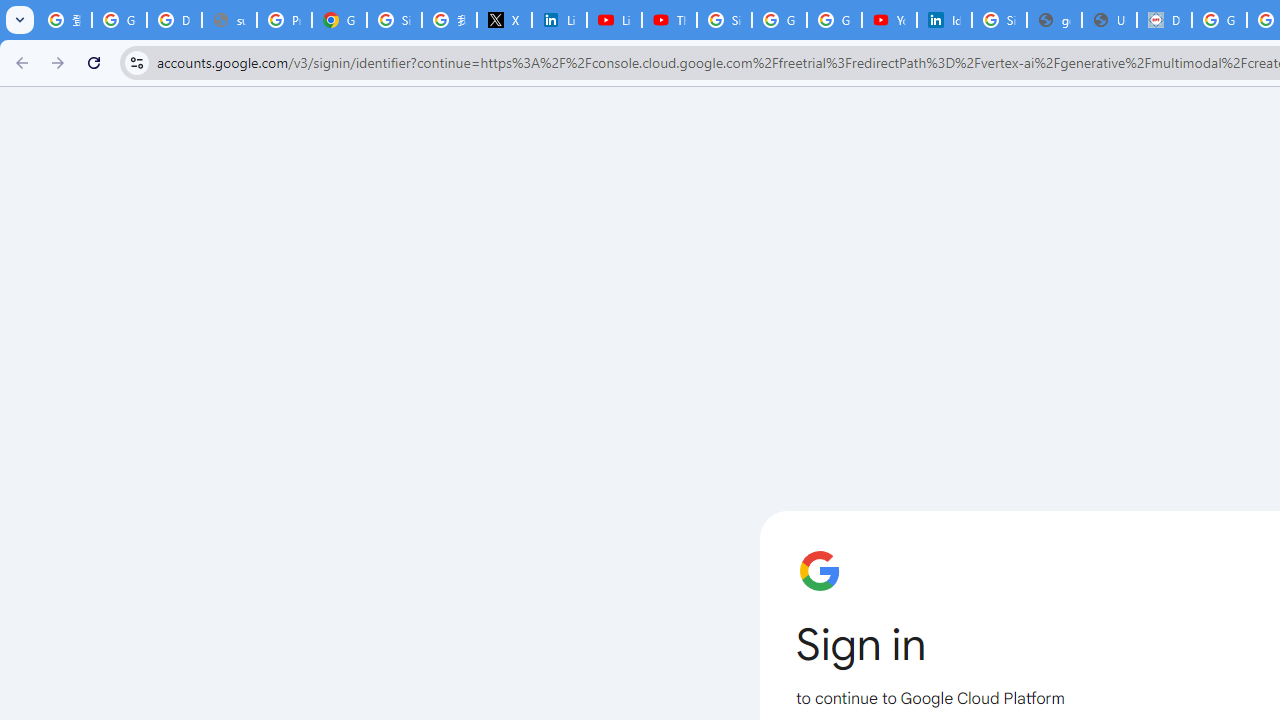 This screenshot has height=720, width=1280. What do you see at coordinates (1108, 20) in the screenshot?
I see `'User Details'` at bounding box center [1108, 20].